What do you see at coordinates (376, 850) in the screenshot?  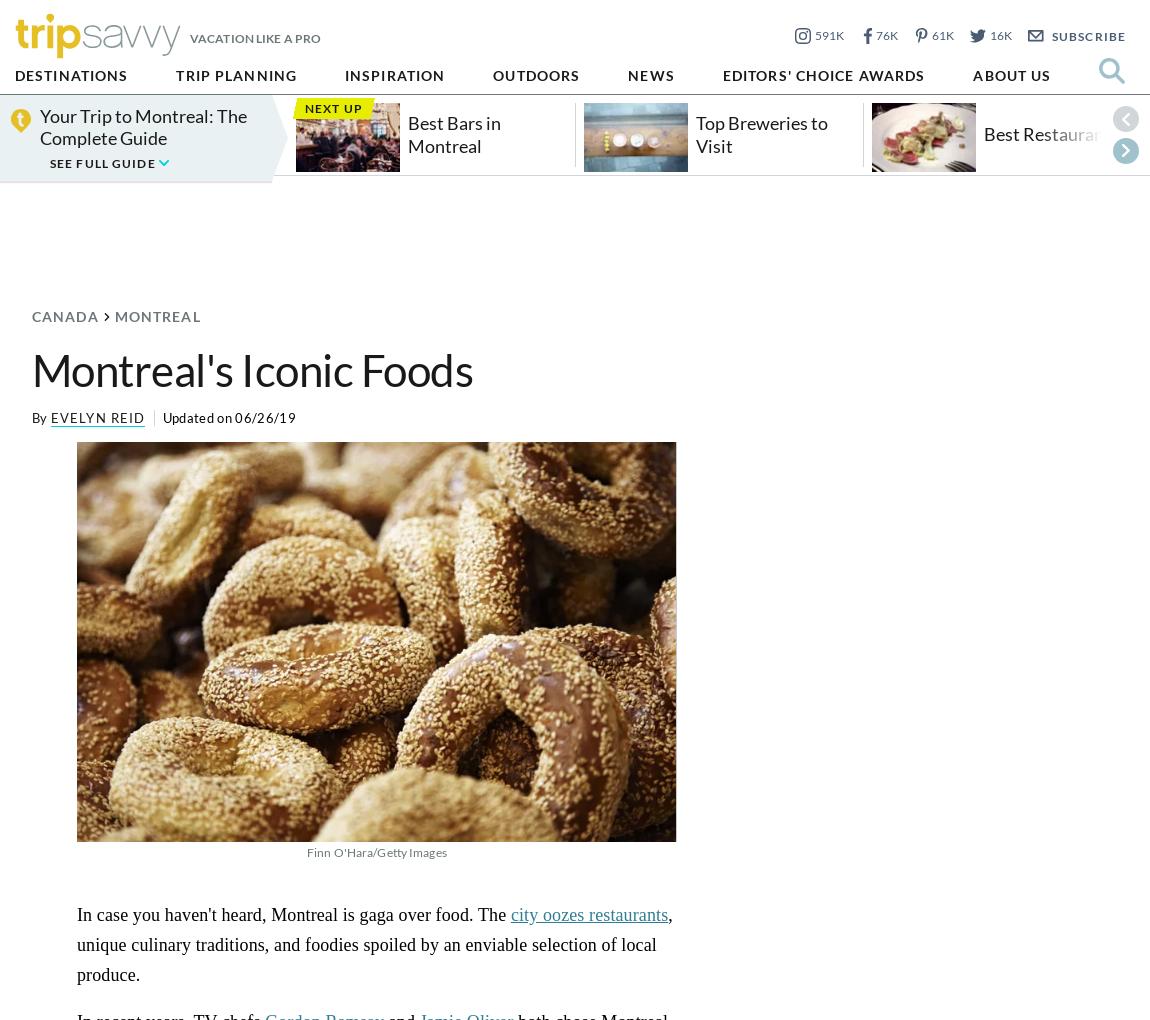 I see `'Finn O'Hara/Getty Images'` at bounding box center [376, 850].